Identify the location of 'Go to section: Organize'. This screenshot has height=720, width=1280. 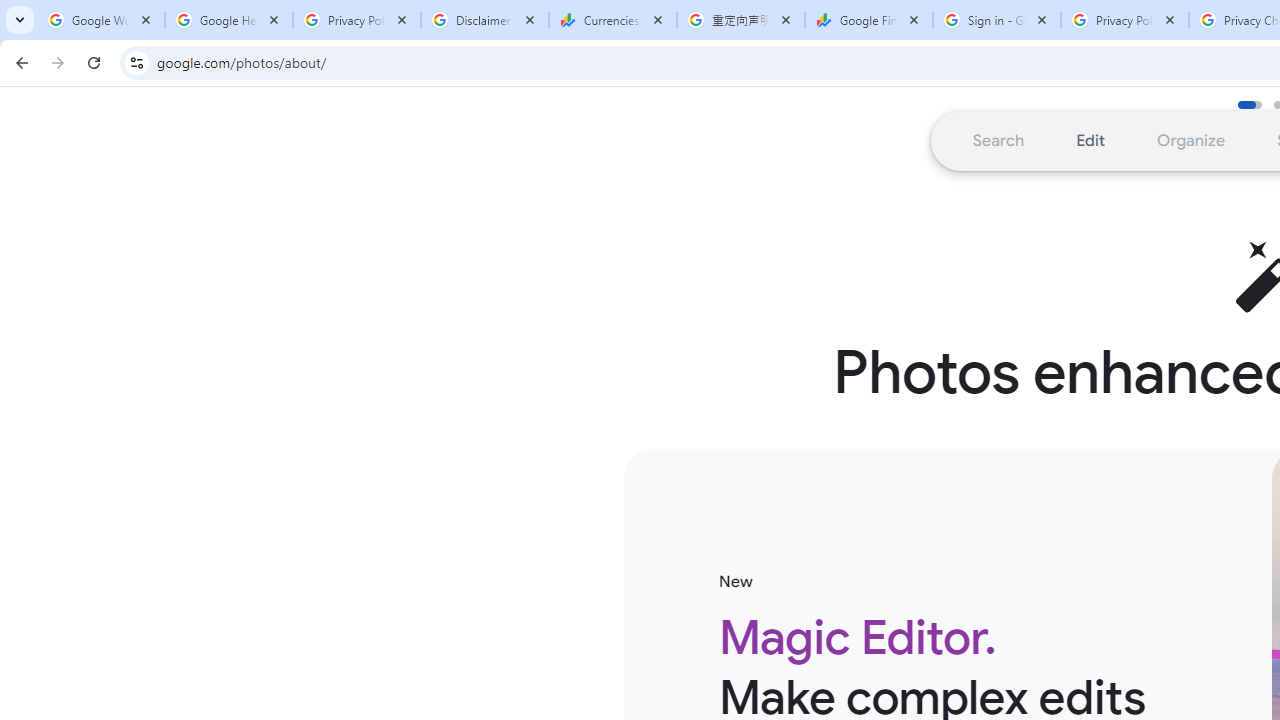
(1191, 139).